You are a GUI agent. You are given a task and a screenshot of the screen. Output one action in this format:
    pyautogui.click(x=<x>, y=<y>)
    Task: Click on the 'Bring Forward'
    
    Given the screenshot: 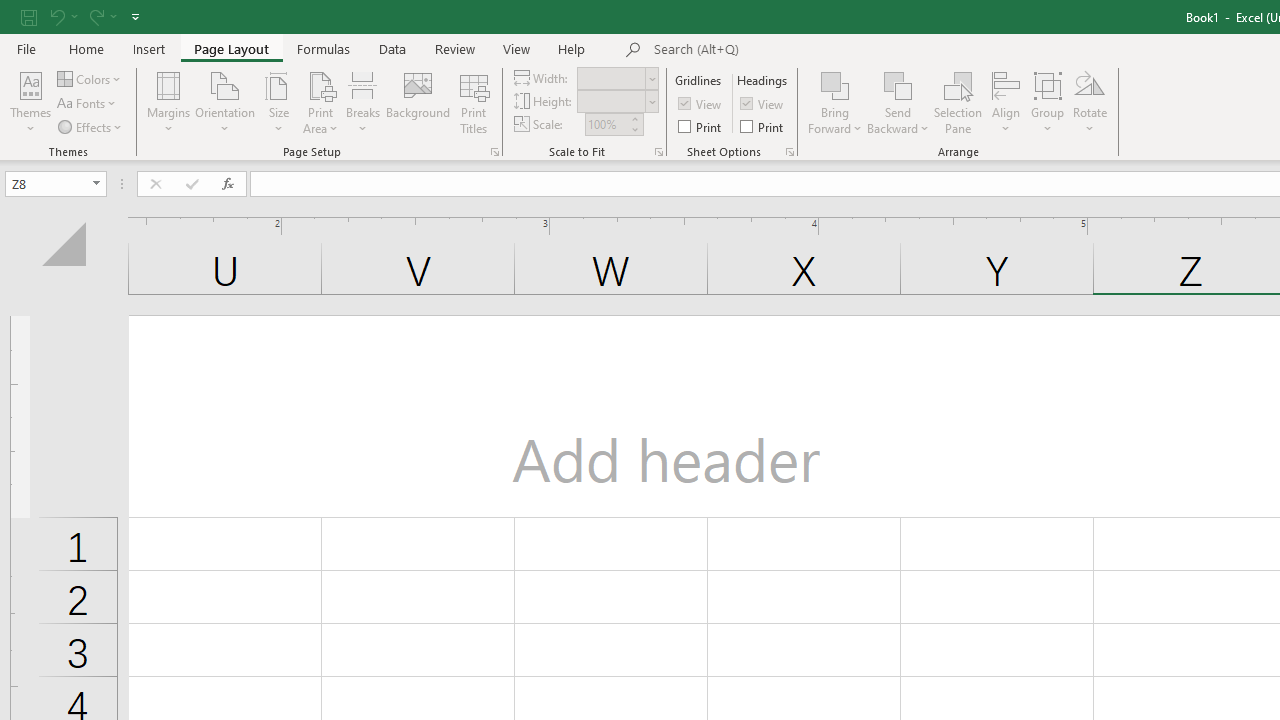 What is the action you would take?
    pyautogui.click(x=835, y=84)
    